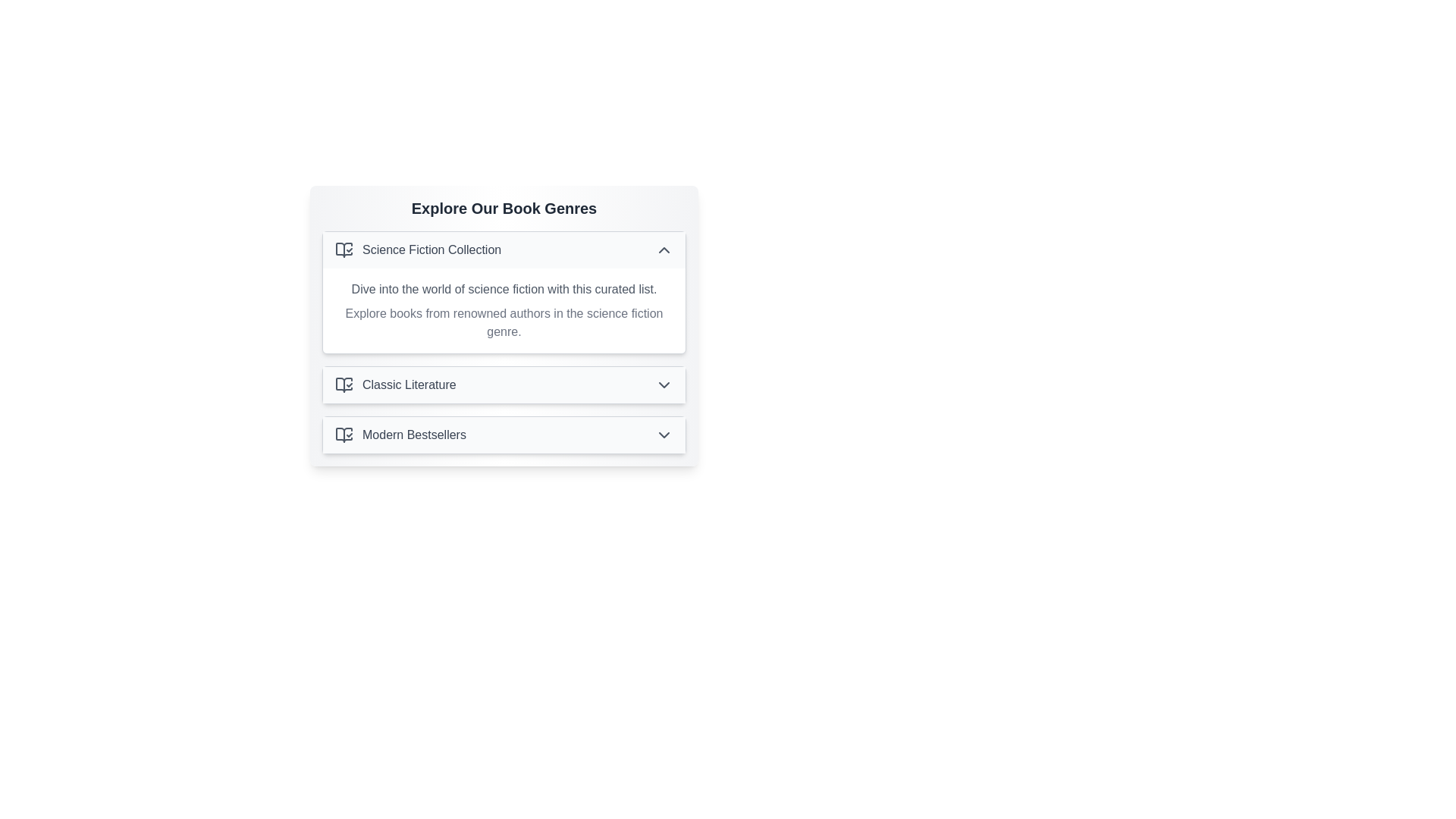 The height and width of the screenshot is (819, 1456). Describe the element at coordinates (344, 435) in the screenshot. I see `the book icon with a checkmark located in the 'Modern Bestsellers' section under 'Explore Our Book Genres'` at that location.